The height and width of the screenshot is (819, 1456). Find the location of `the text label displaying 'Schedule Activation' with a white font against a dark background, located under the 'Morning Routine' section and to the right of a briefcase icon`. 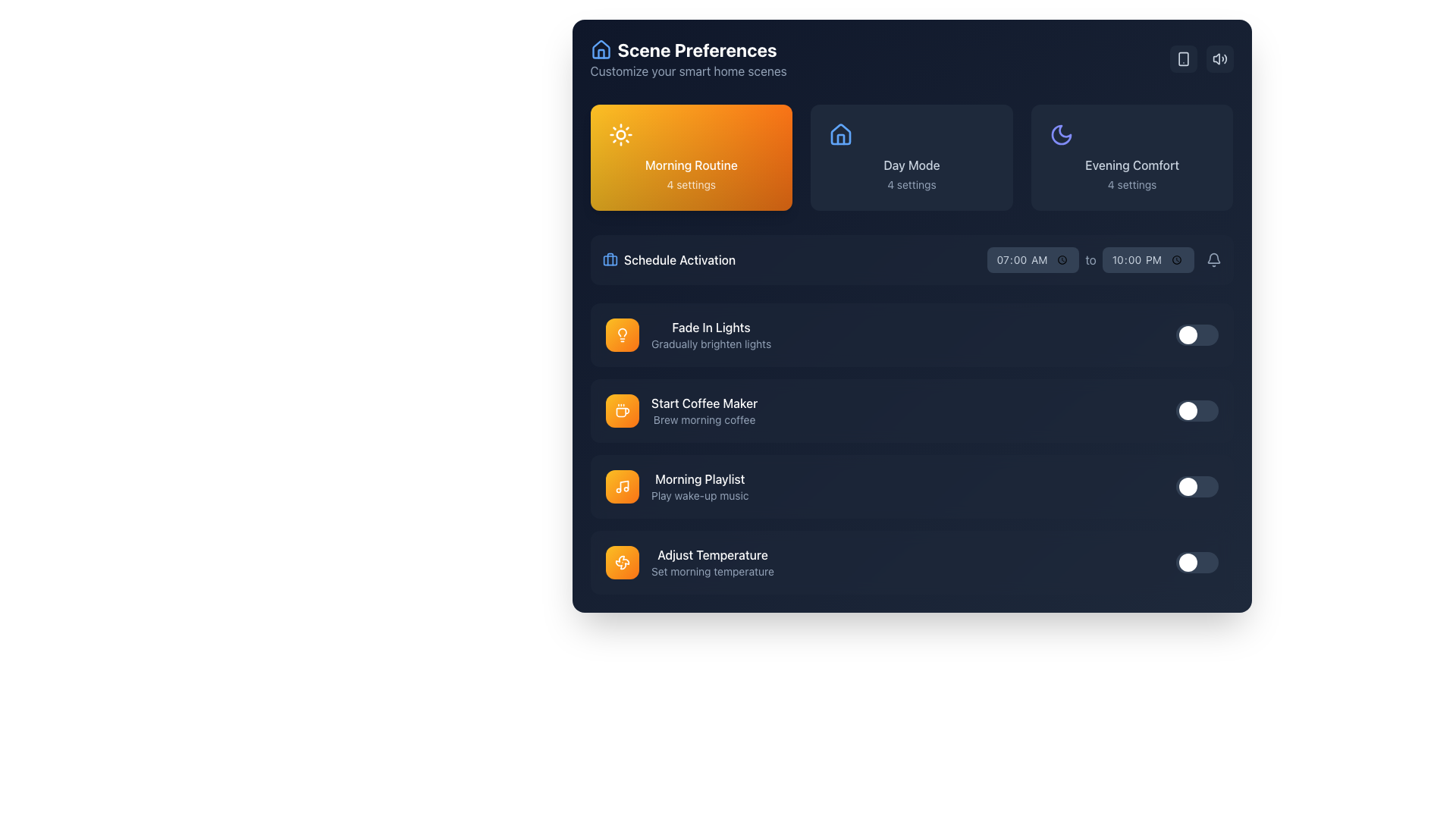

the text label displaying 'Schedule Activation' with a white font against a dark background, located under the 'Morning Routine' section and to the right of a briefcase icon is located at coordinates (679, 259).